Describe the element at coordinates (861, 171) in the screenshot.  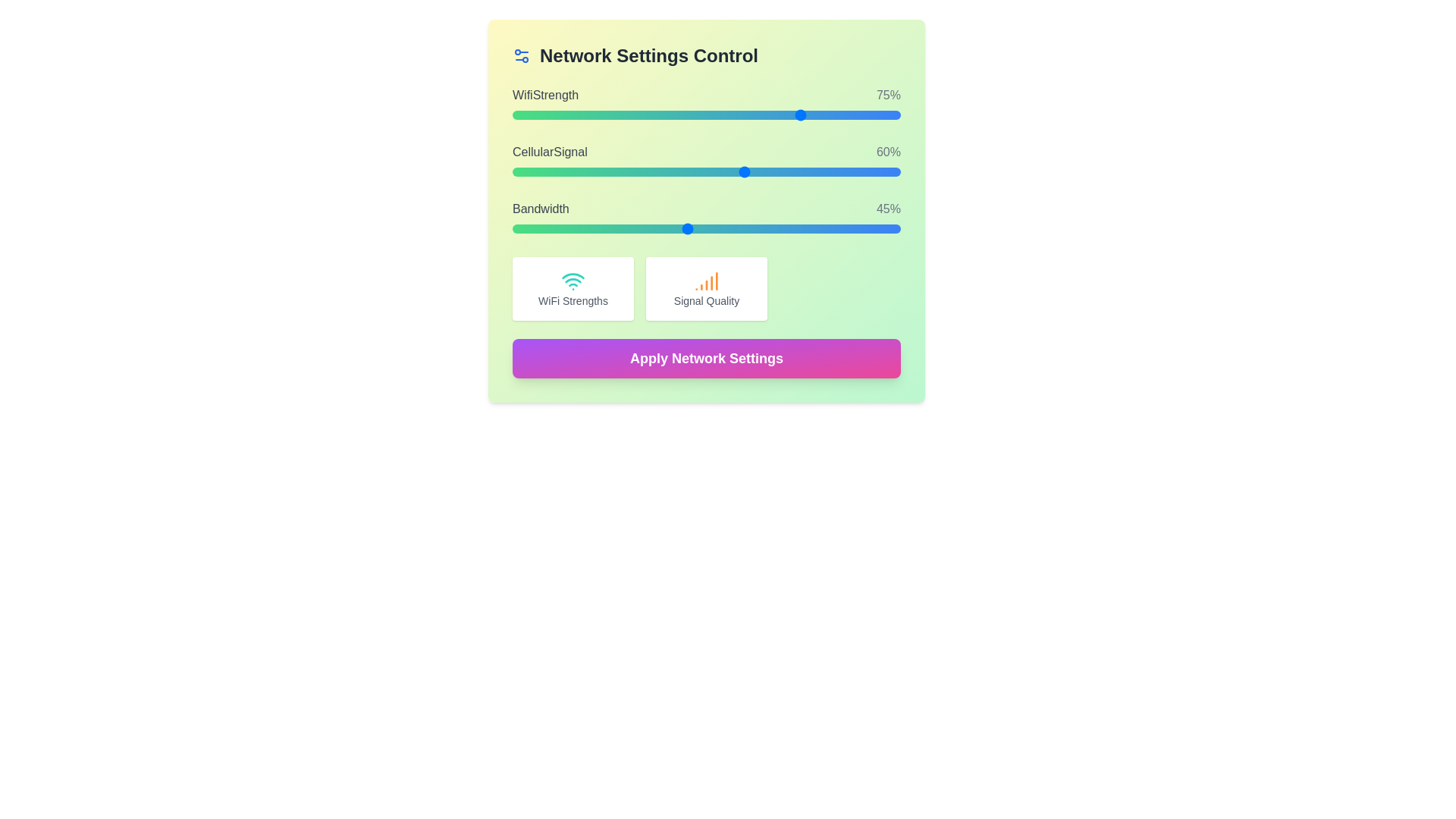
I see `the Cellular Signal slider` at that location.